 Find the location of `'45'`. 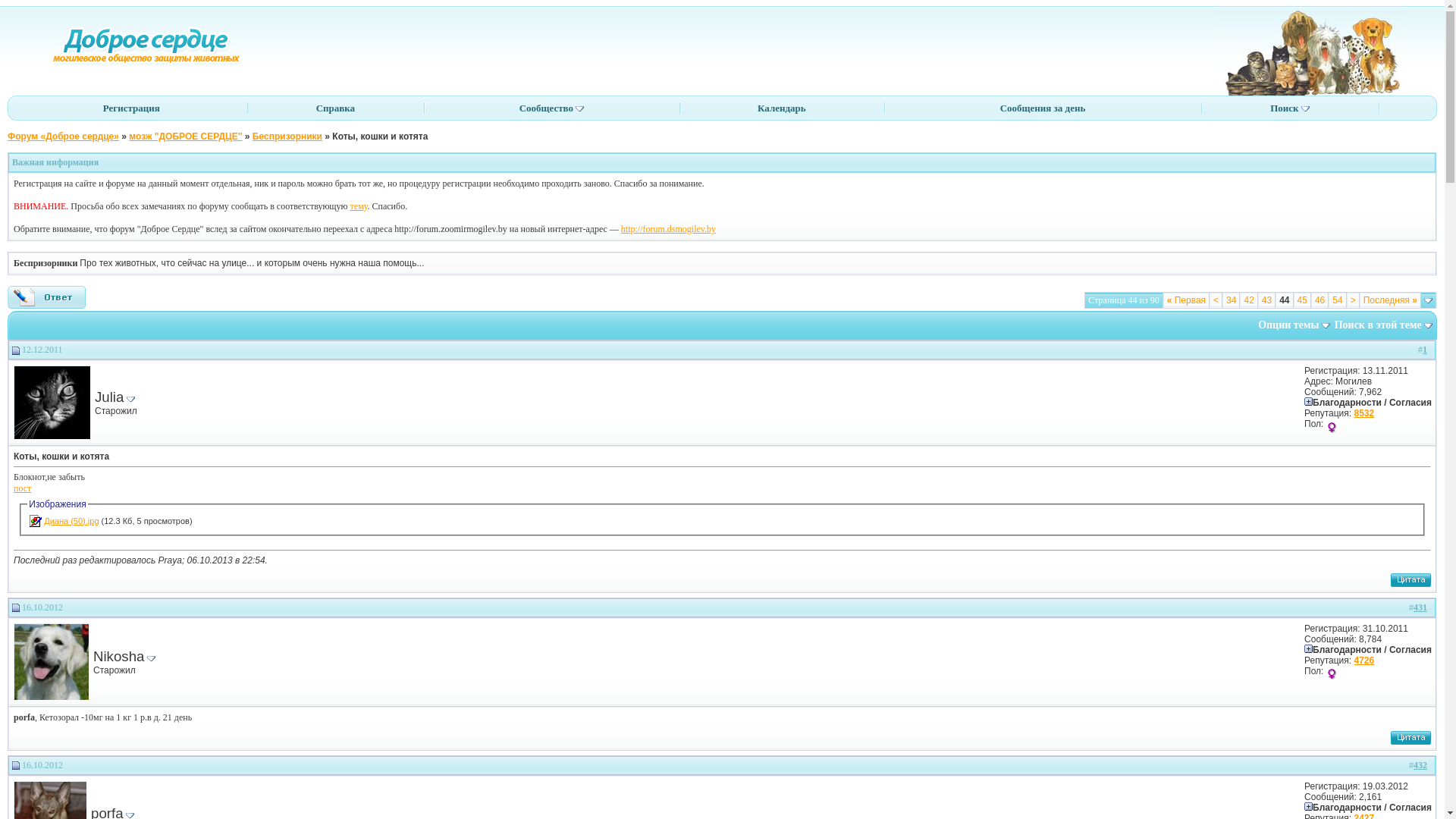

'45' is located at coordinates (1296, 300).